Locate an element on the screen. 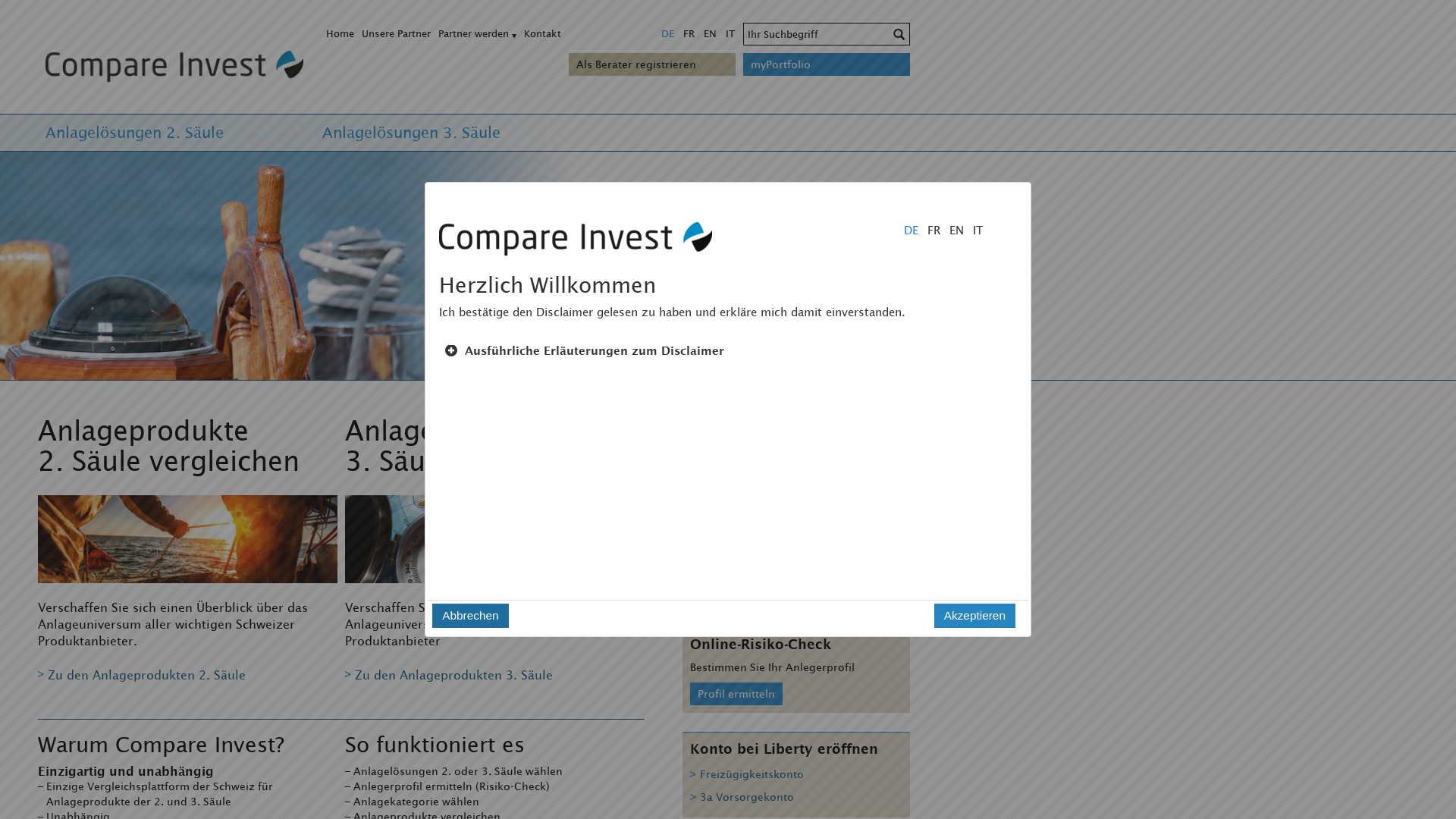 Image resolution: width=1456 pixels, height=819 pixels. 'FR' is located at coordinates (928, 230).